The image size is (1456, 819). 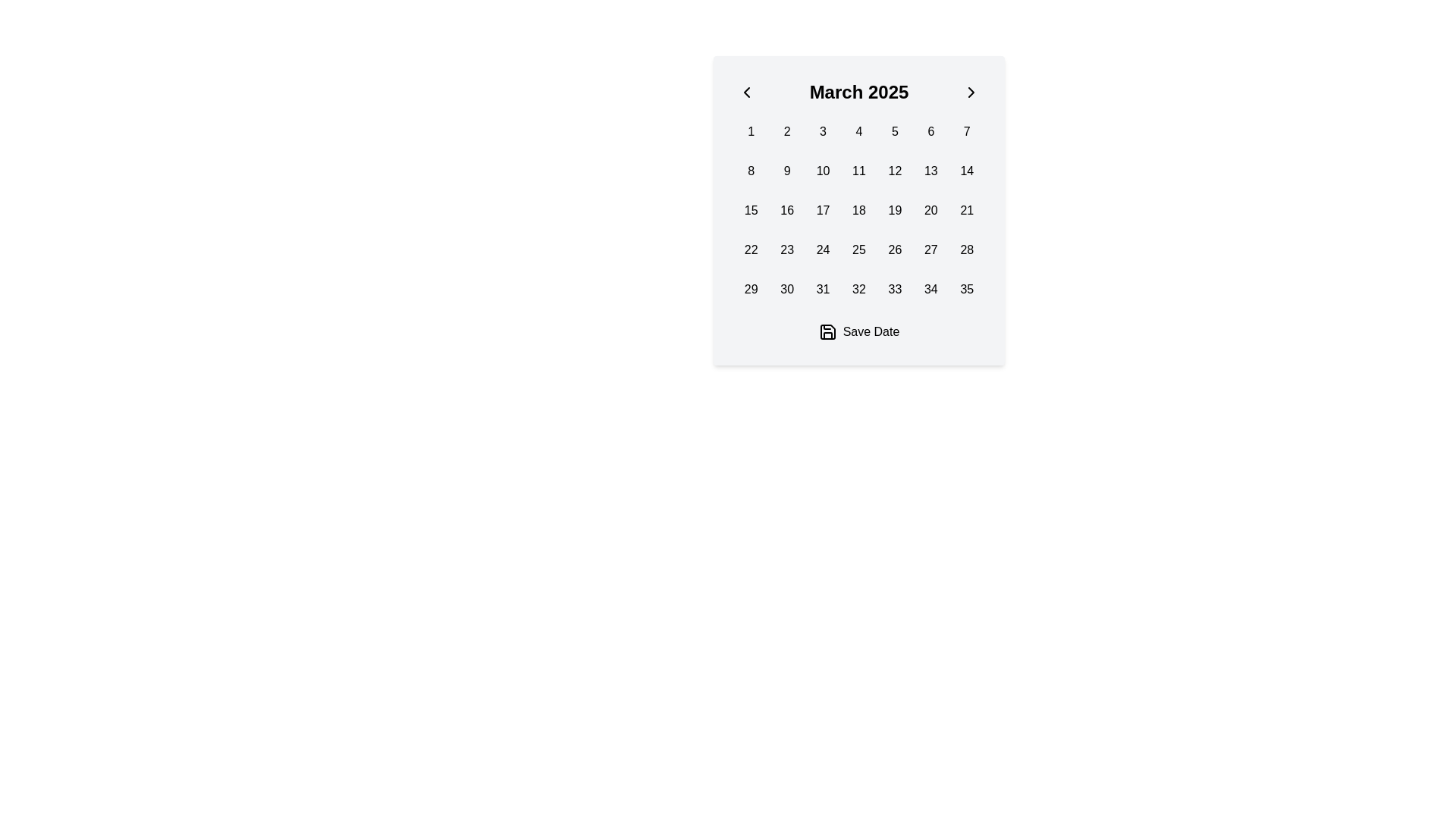 What do you see at coordinates (930, 249) in the screenshot?
I see `the button displaying the number '27', which is the 6th item in the 4th row of a 7-column grid in the calendar layout` at bounding box center [930, 249].